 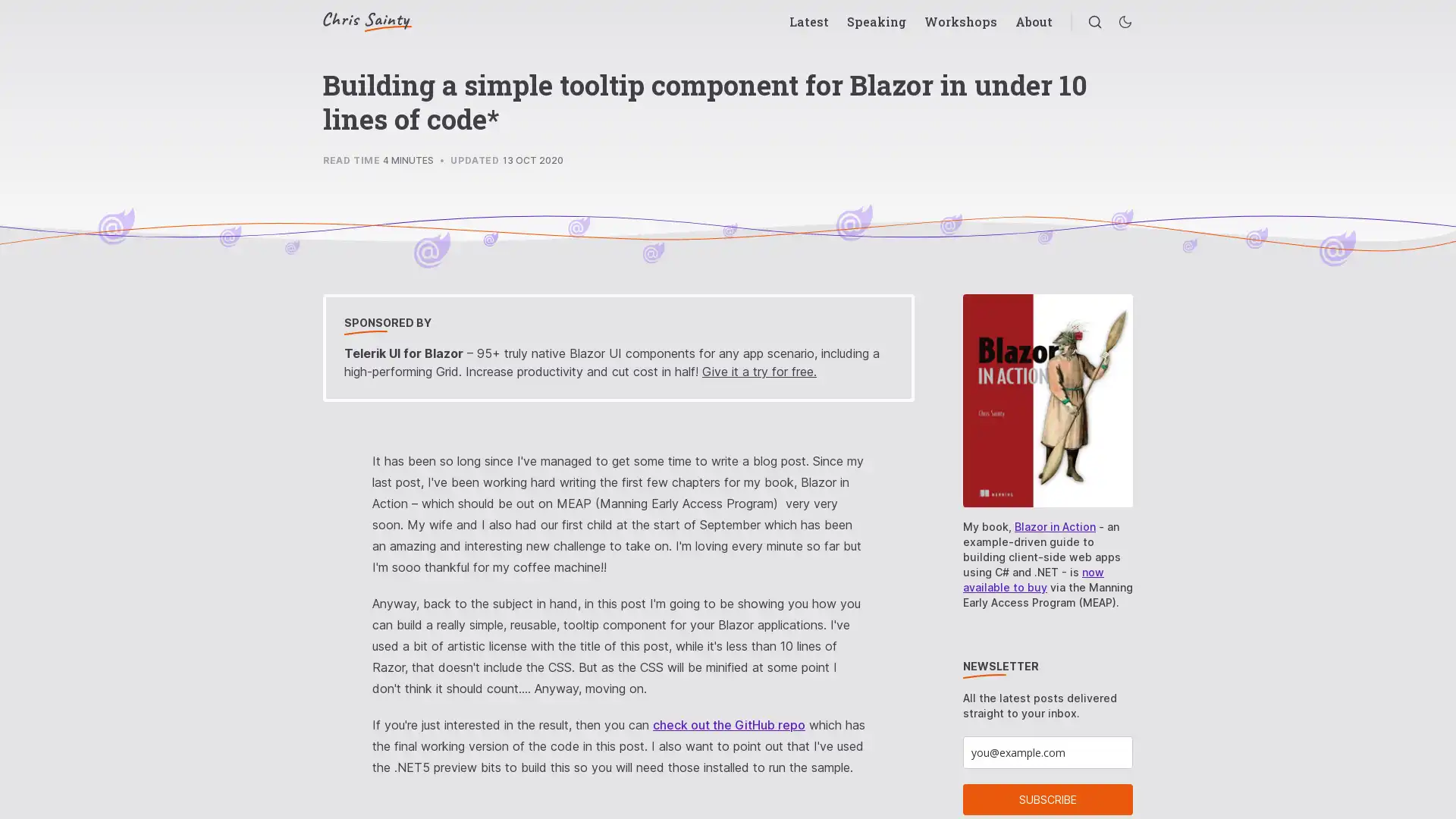 I want to click on SUBSCRIBE, so click(x=1047, y=799).